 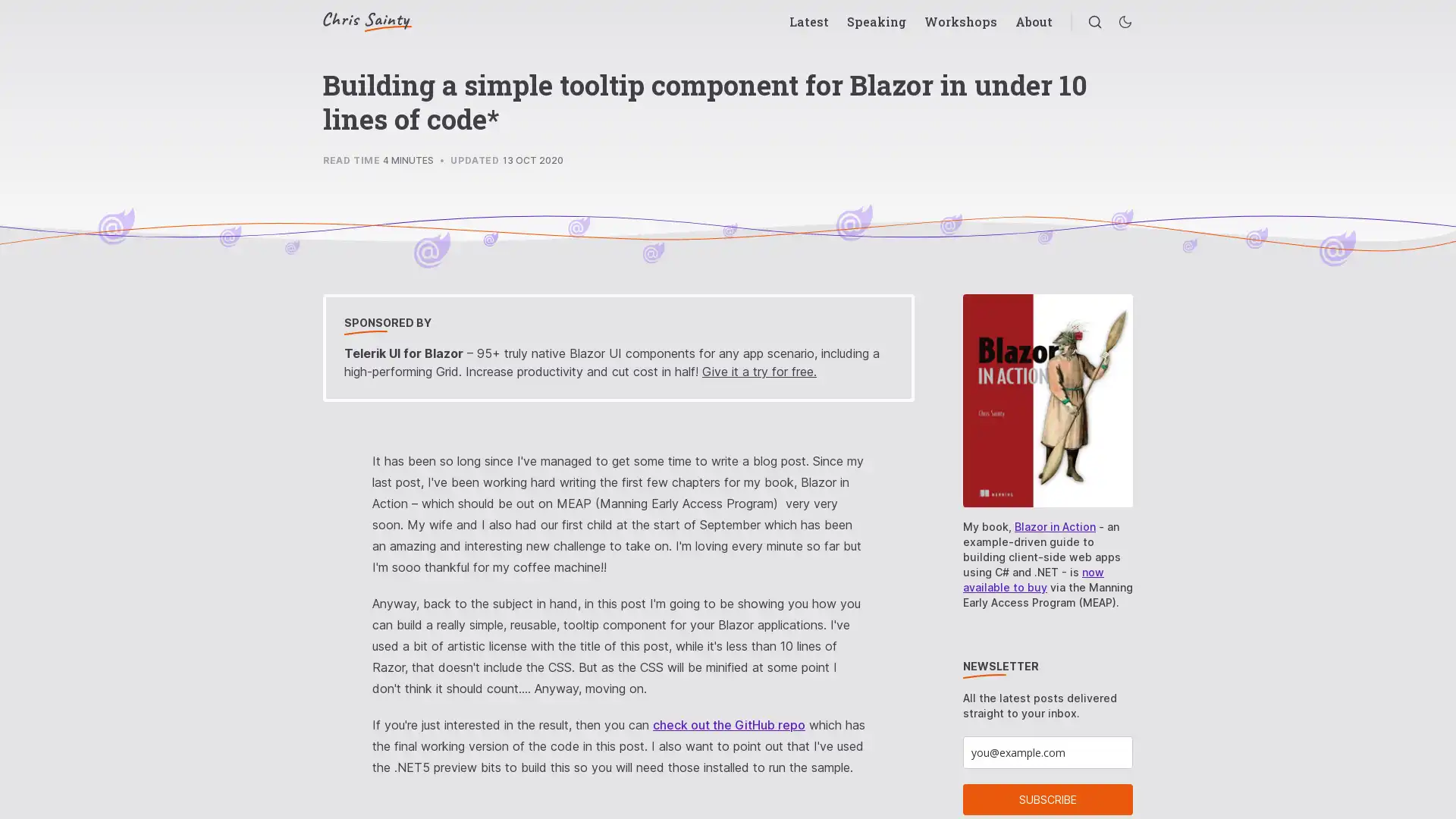 I want to click on SUBSCRIBE, so click(x=1047, y=799).